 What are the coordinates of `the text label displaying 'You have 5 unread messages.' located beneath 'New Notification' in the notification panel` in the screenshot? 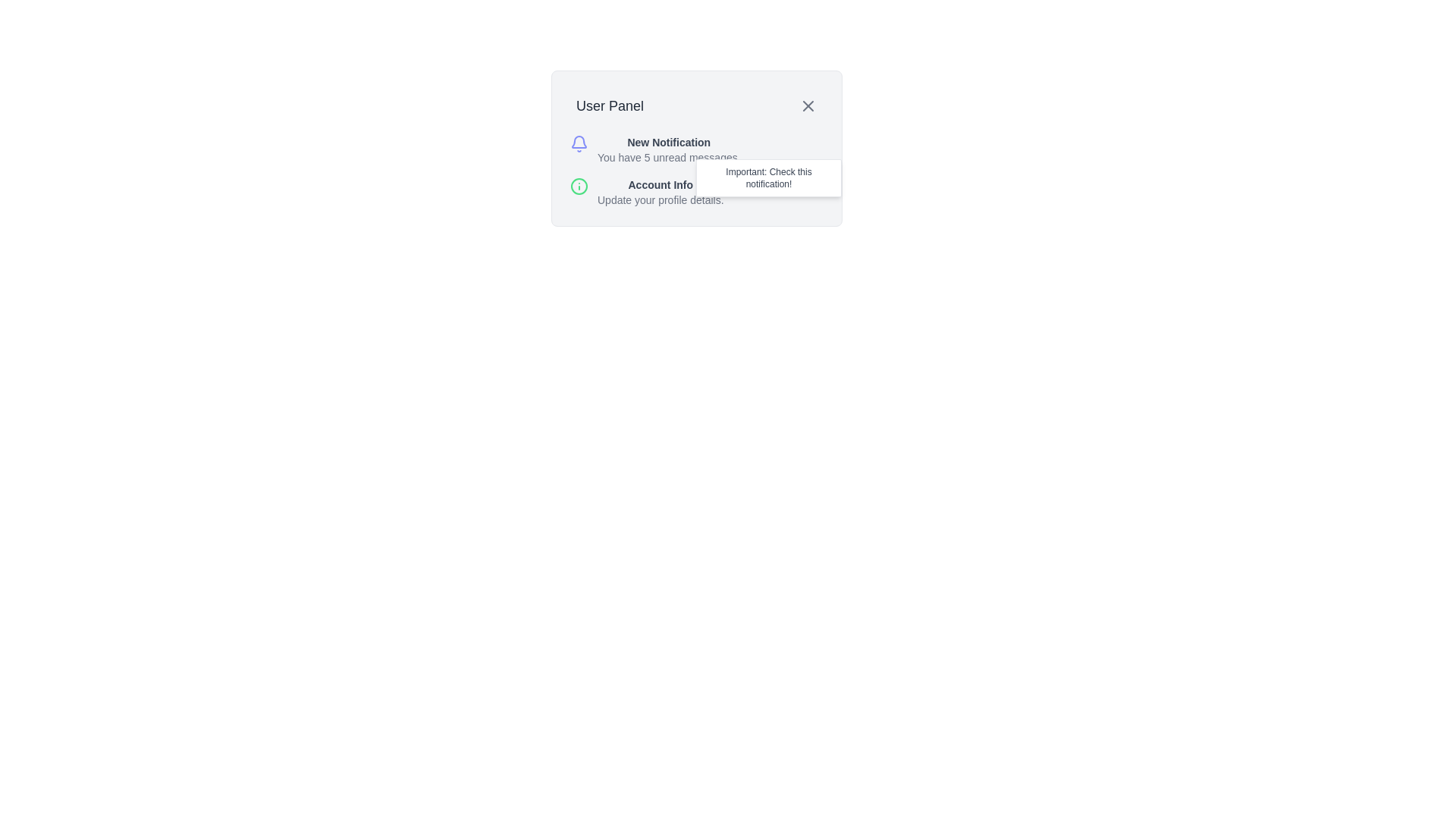 It's located at (668, 158).